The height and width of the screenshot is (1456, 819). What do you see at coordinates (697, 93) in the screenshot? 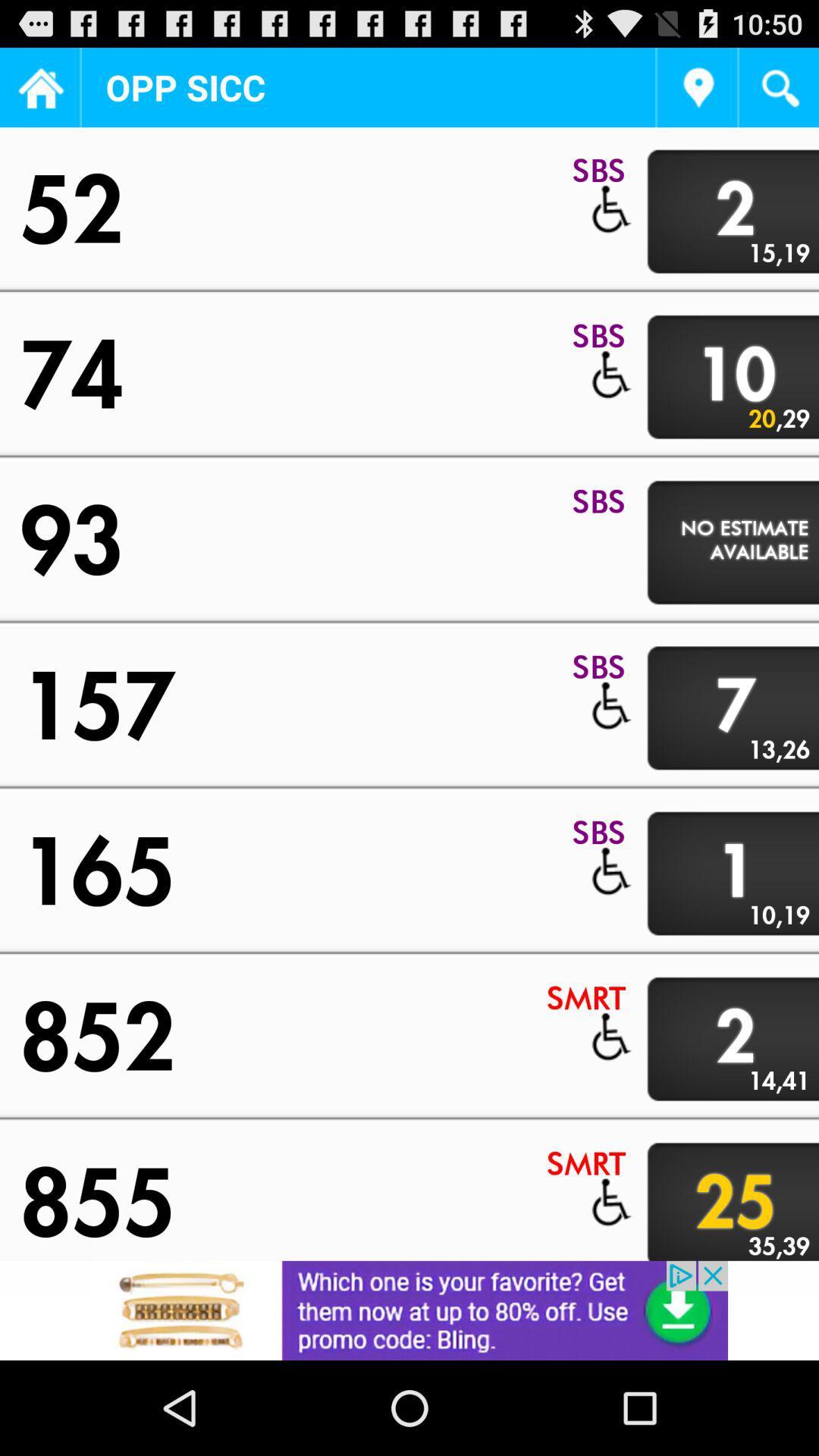
I see `the location icon` at bounding box center [697, 93].